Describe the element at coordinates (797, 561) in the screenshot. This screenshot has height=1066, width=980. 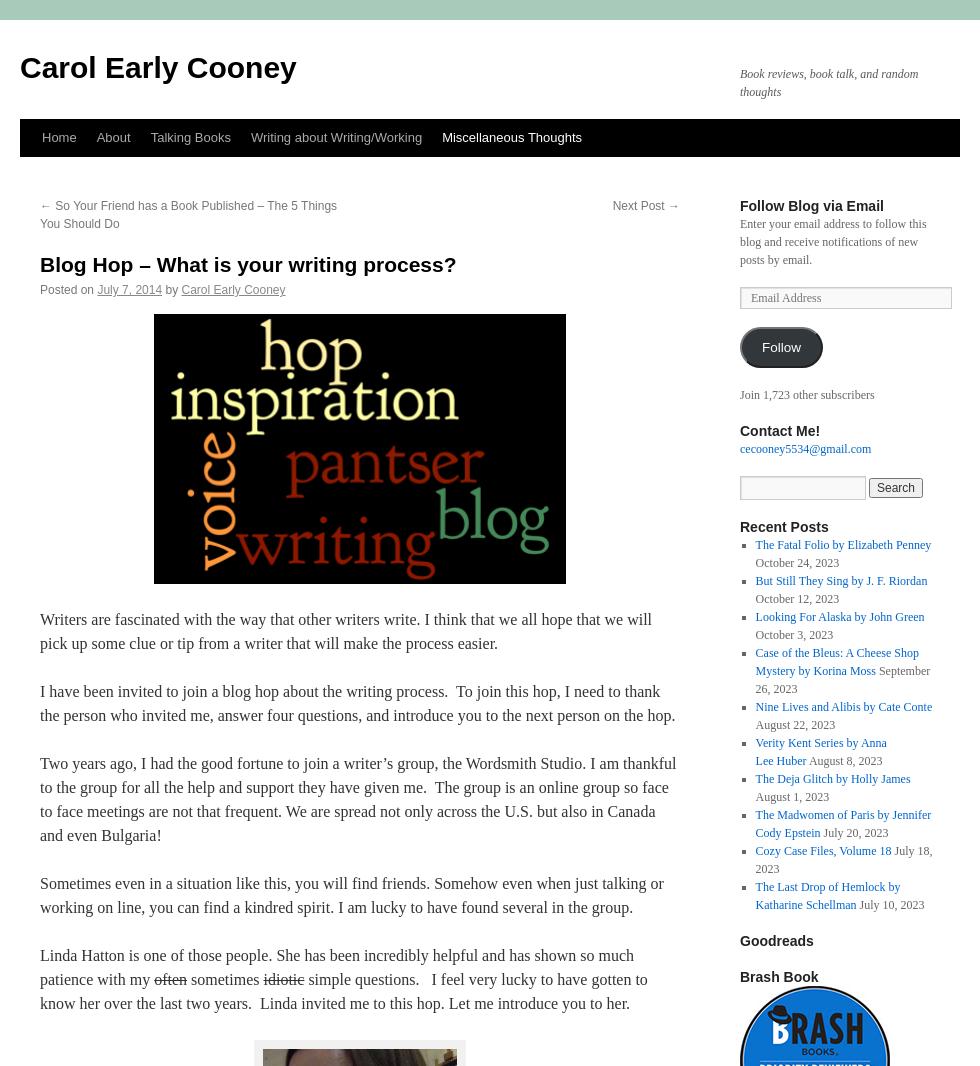
I see `'October 24, 2023'` at that location.